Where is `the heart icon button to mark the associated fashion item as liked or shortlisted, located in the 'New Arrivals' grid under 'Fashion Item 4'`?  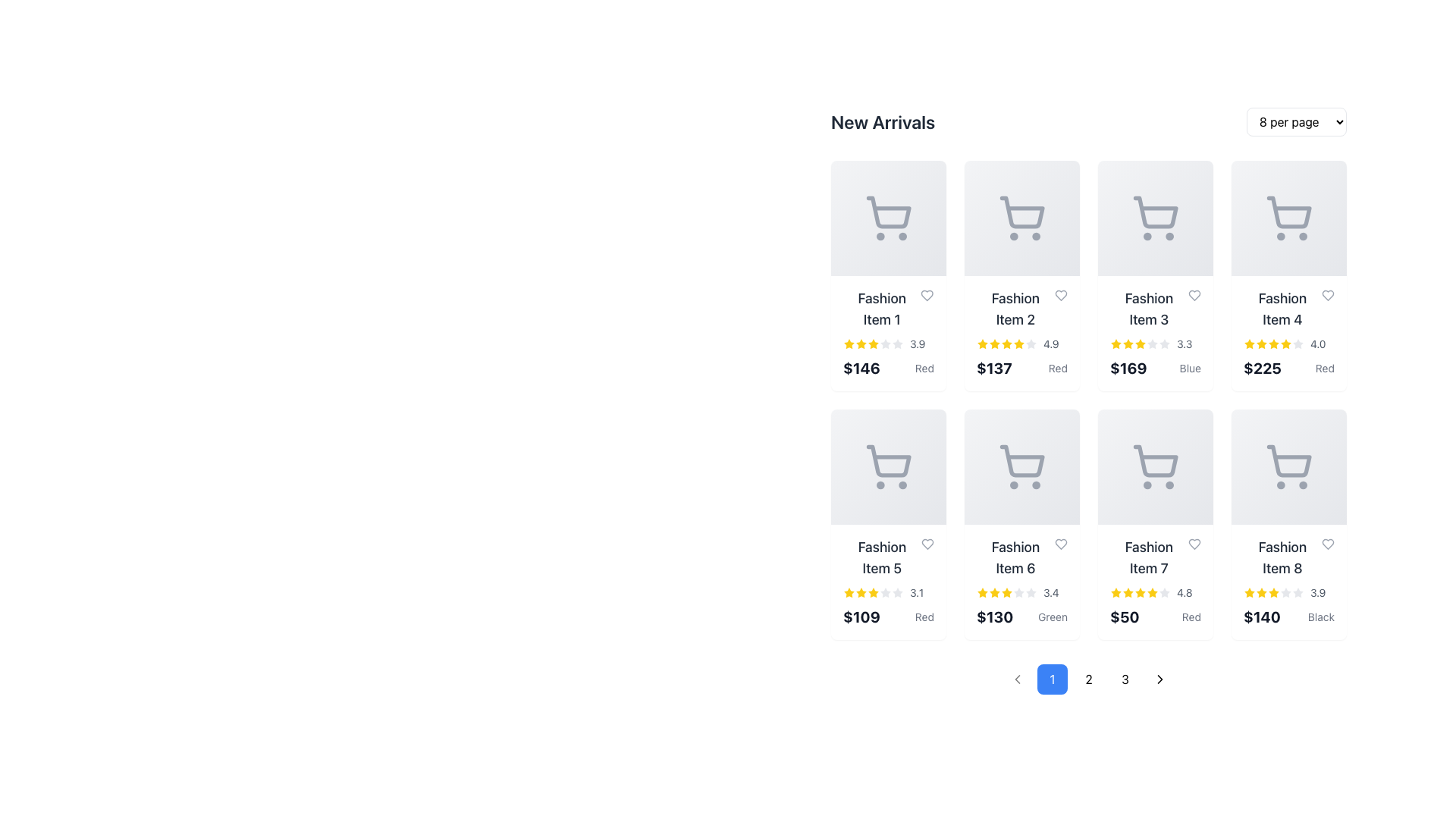 the heart icon button to mark the associated fashion item as liked or shortlisted, located in the 'New Arrivals' grid under 'Fashion Item 4' is located at coordinates (1327, 295).